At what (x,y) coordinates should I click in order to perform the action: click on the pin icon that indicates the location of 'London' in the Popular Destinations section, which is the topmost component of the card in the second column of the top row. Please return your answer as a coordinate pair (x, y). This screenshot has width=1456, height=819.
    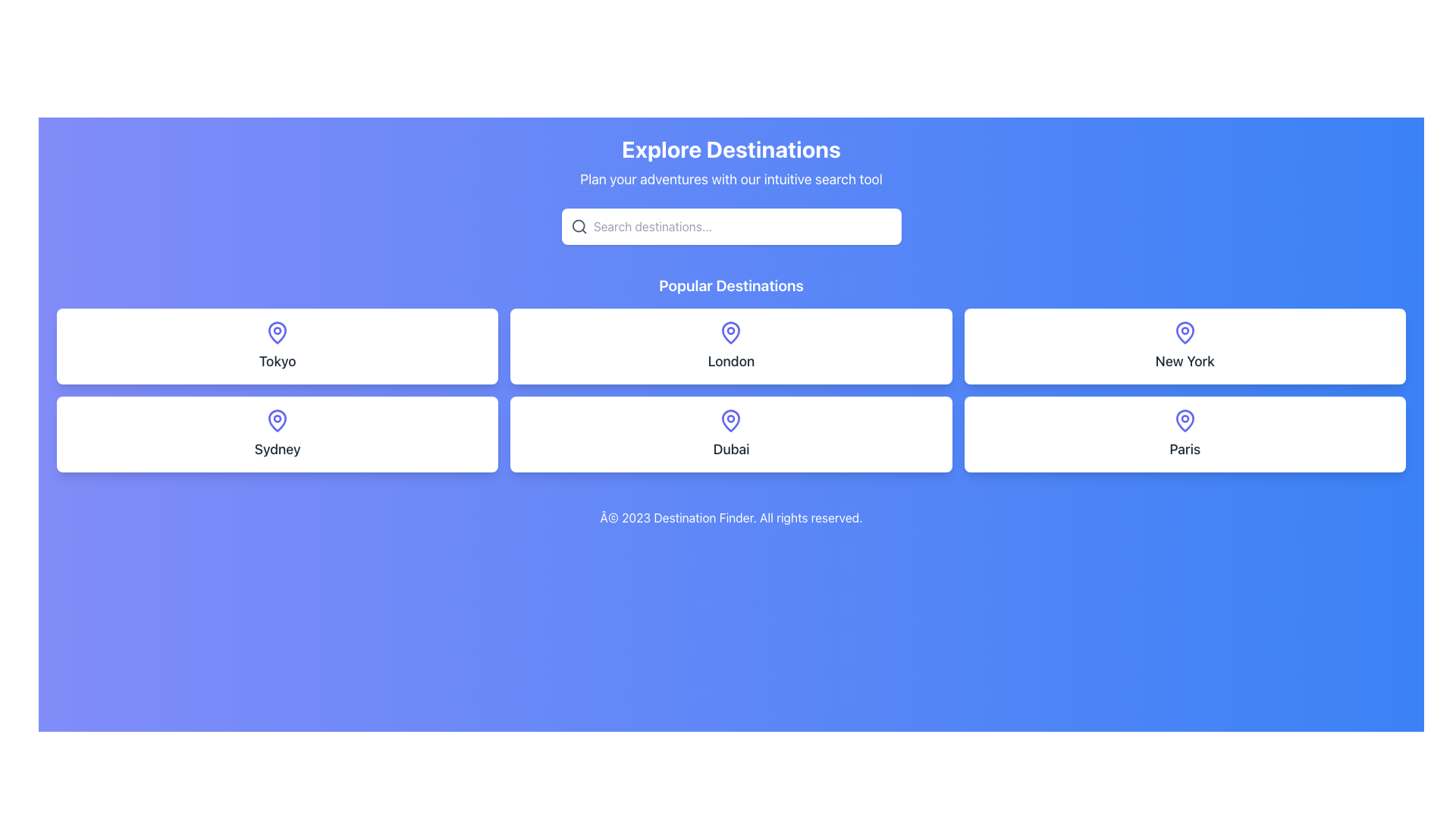
    Looking at the image, I should click on (731, 332).